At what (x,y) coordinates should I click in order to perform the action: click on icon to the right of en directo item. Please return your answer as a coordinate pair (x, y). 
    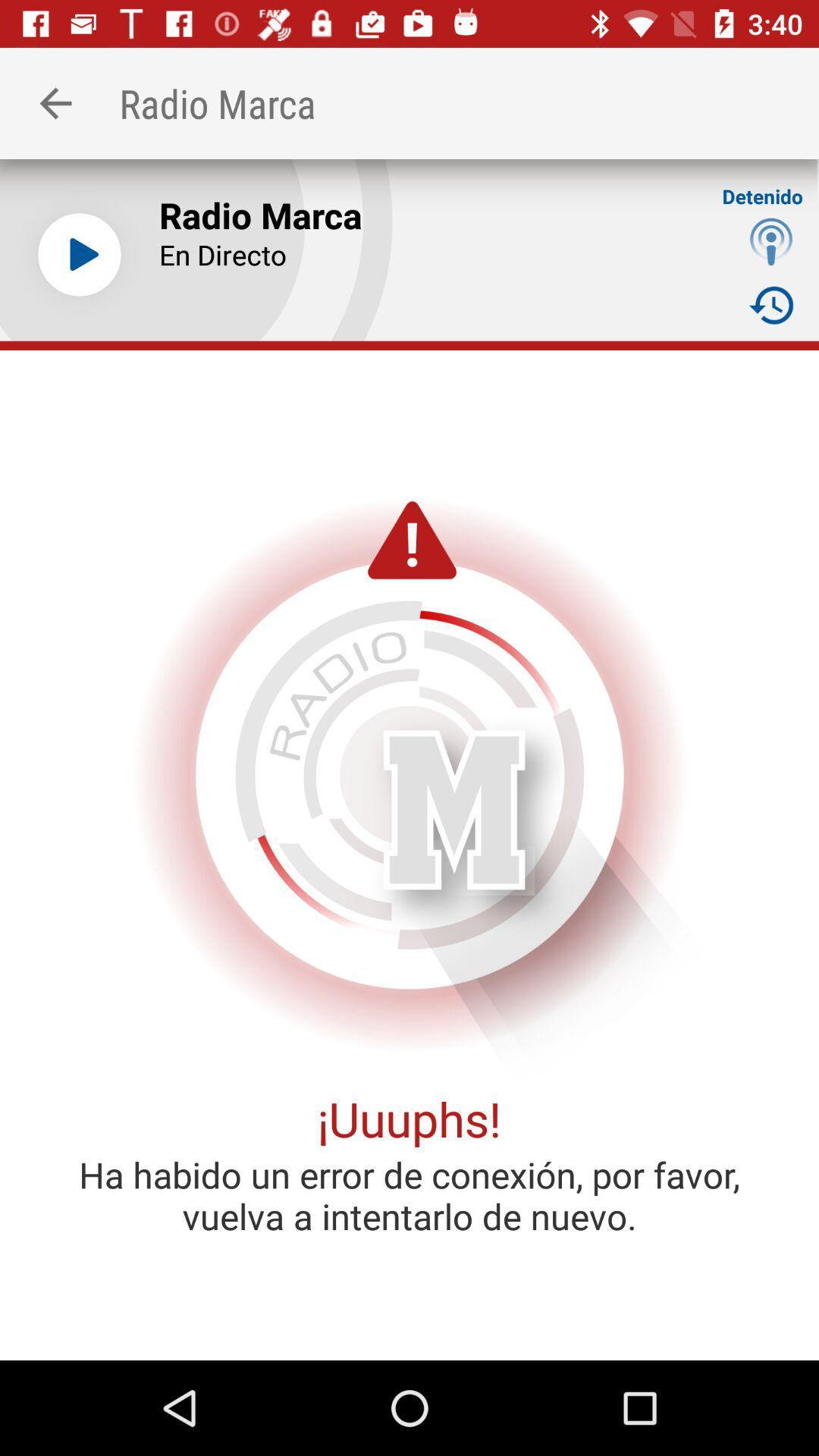
    Looking at the image, I should click on (771, 240).